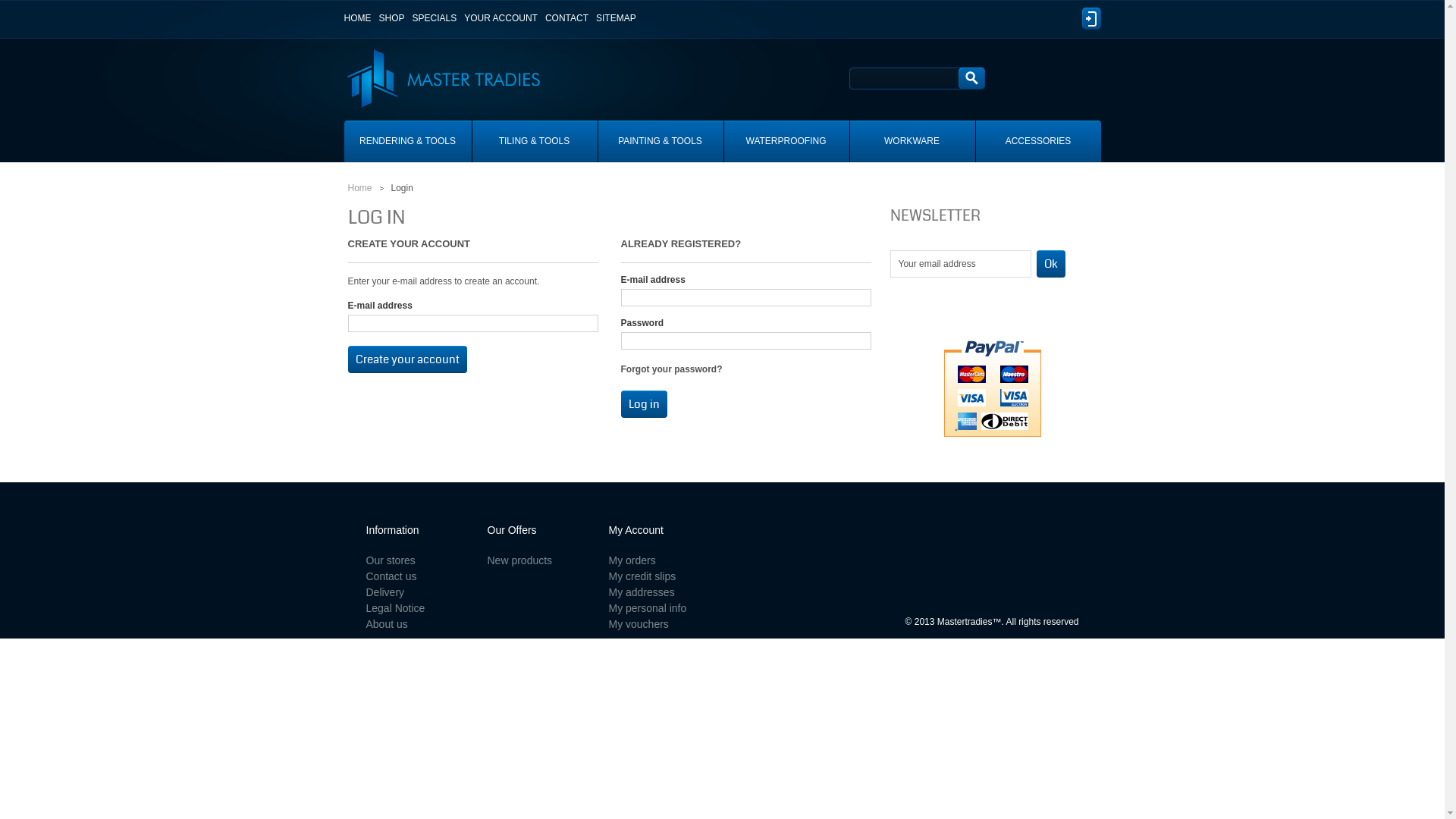 The height and width of the screenshot is (819, 1456). Describe the element at coordinates (659, 141) in the screenshot. I see `'PAINTING & TOOLS'` at that location.